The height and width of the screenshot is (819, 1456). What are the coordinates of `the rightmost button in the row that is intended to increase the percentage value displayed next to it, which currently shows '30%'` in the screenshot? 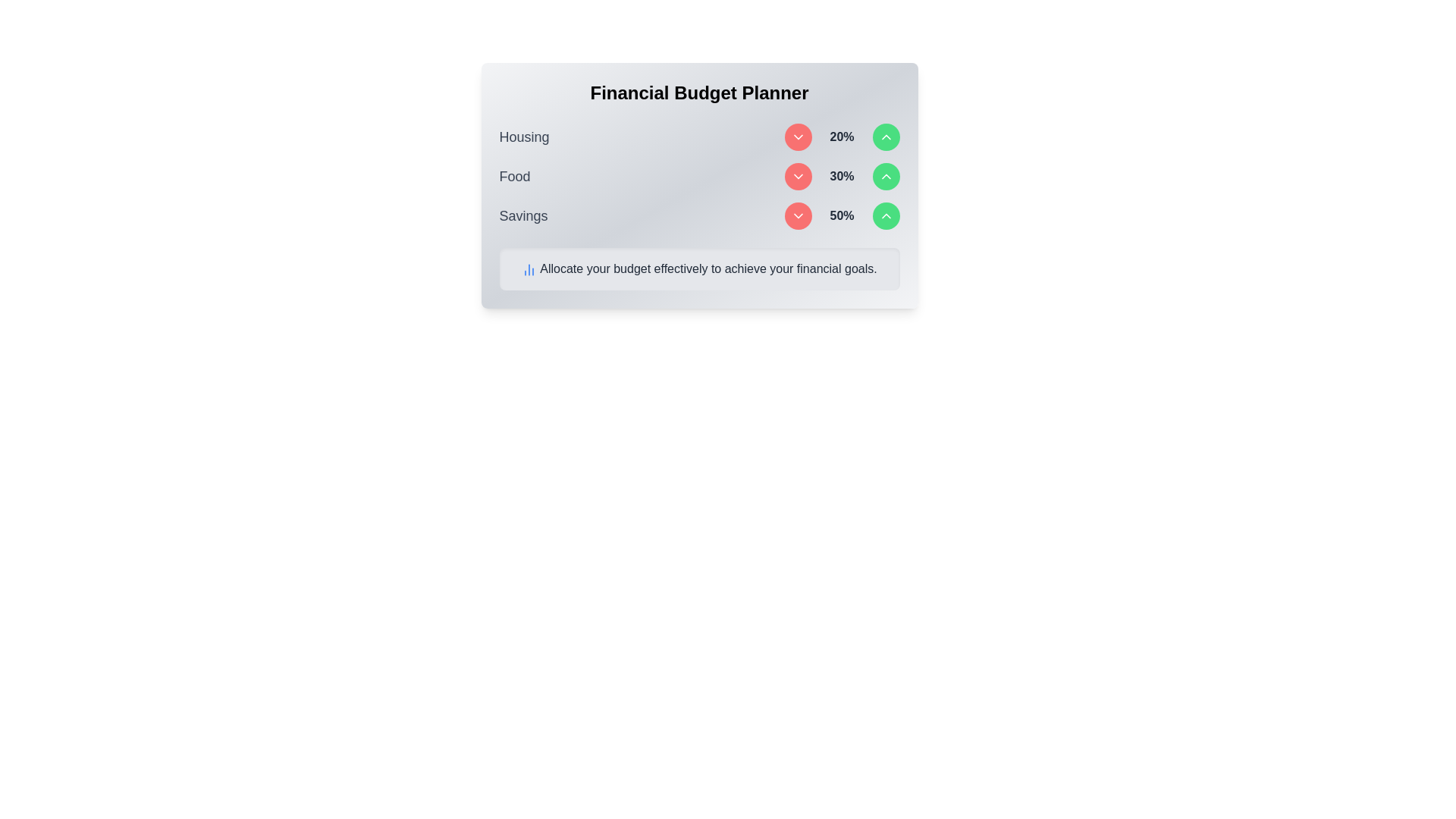 It's located at (886, 175).